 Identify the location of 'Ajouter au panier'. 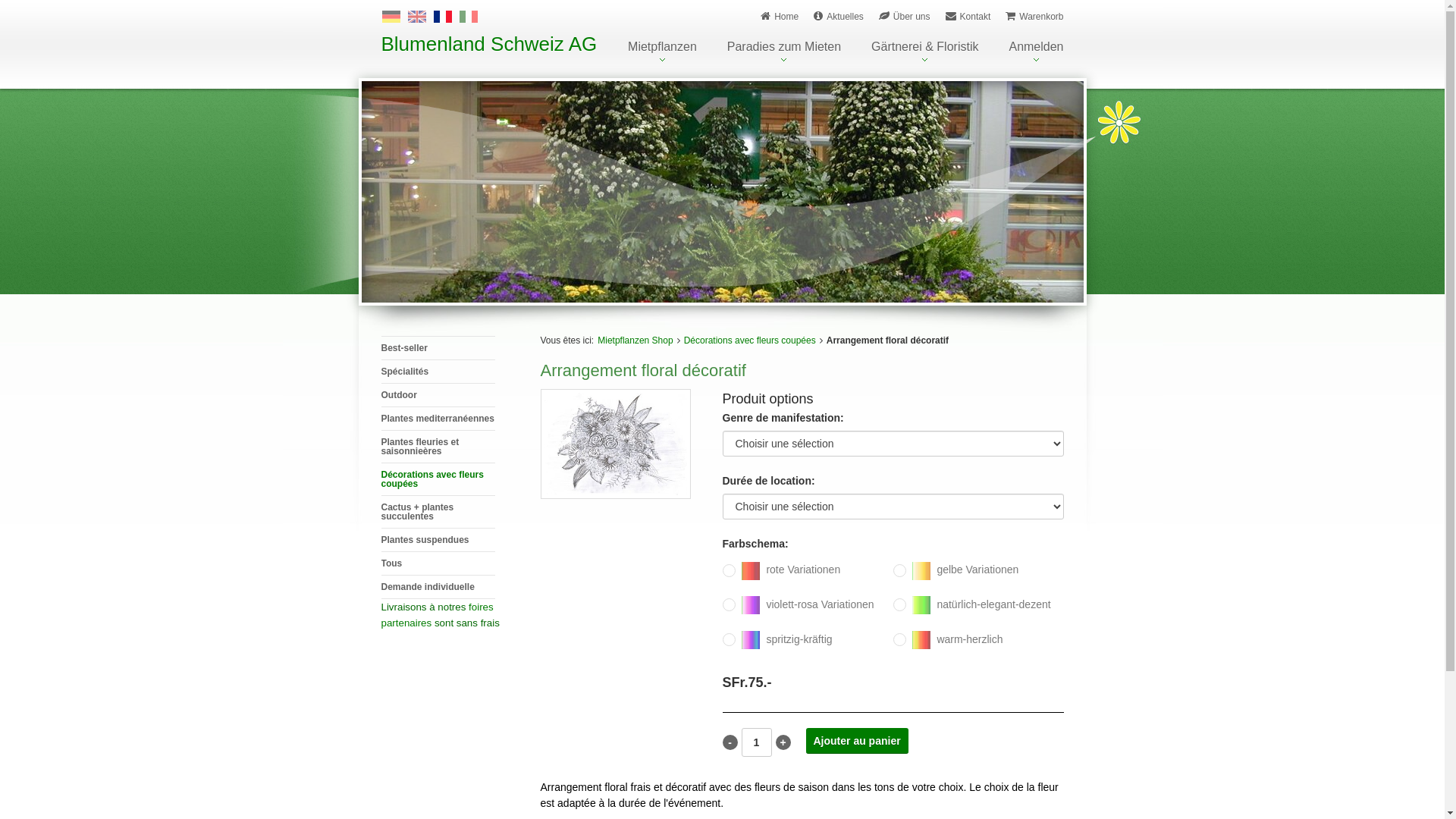
(856, 739).